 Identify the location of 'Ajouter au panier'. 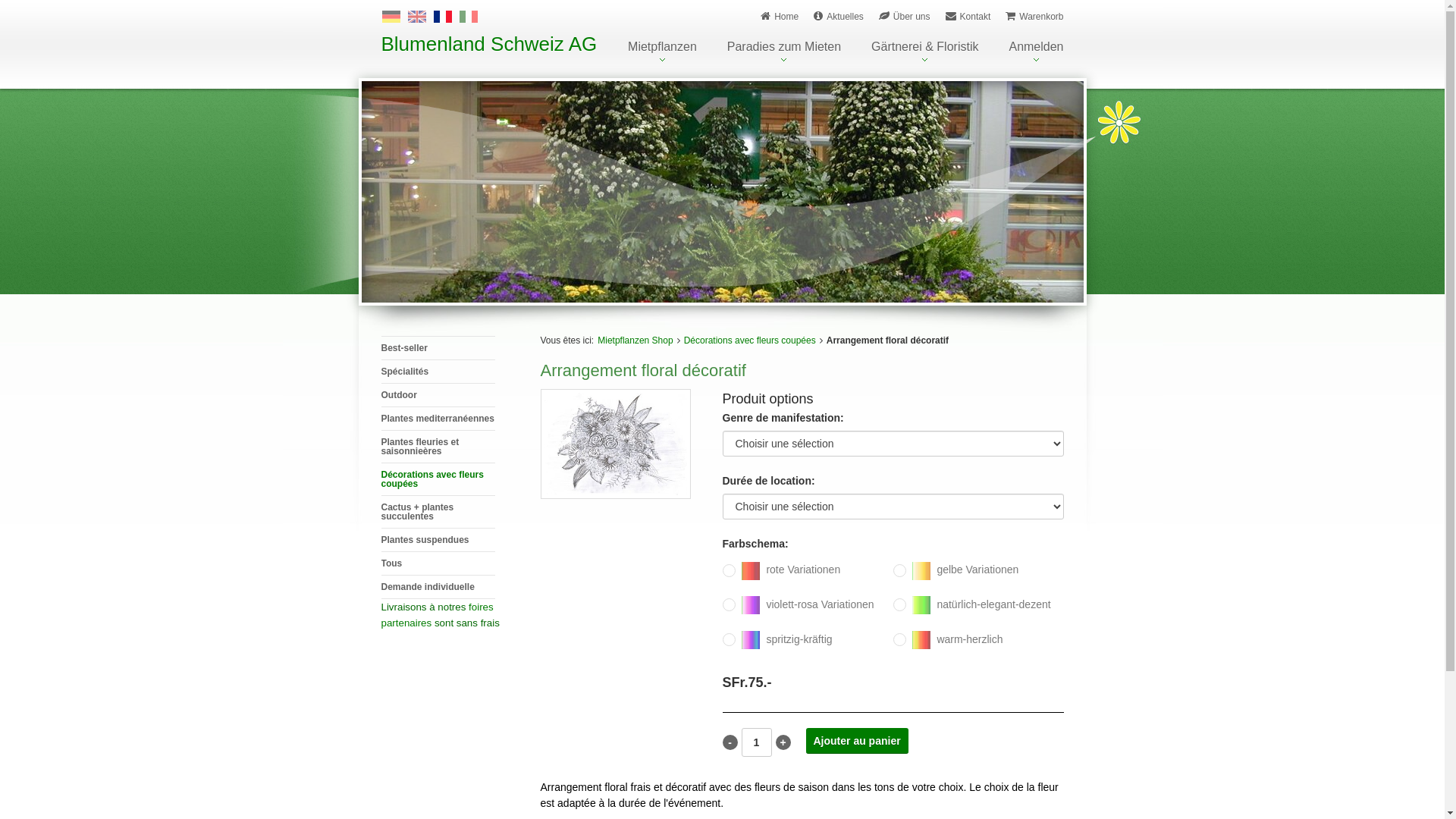
(856, 739).